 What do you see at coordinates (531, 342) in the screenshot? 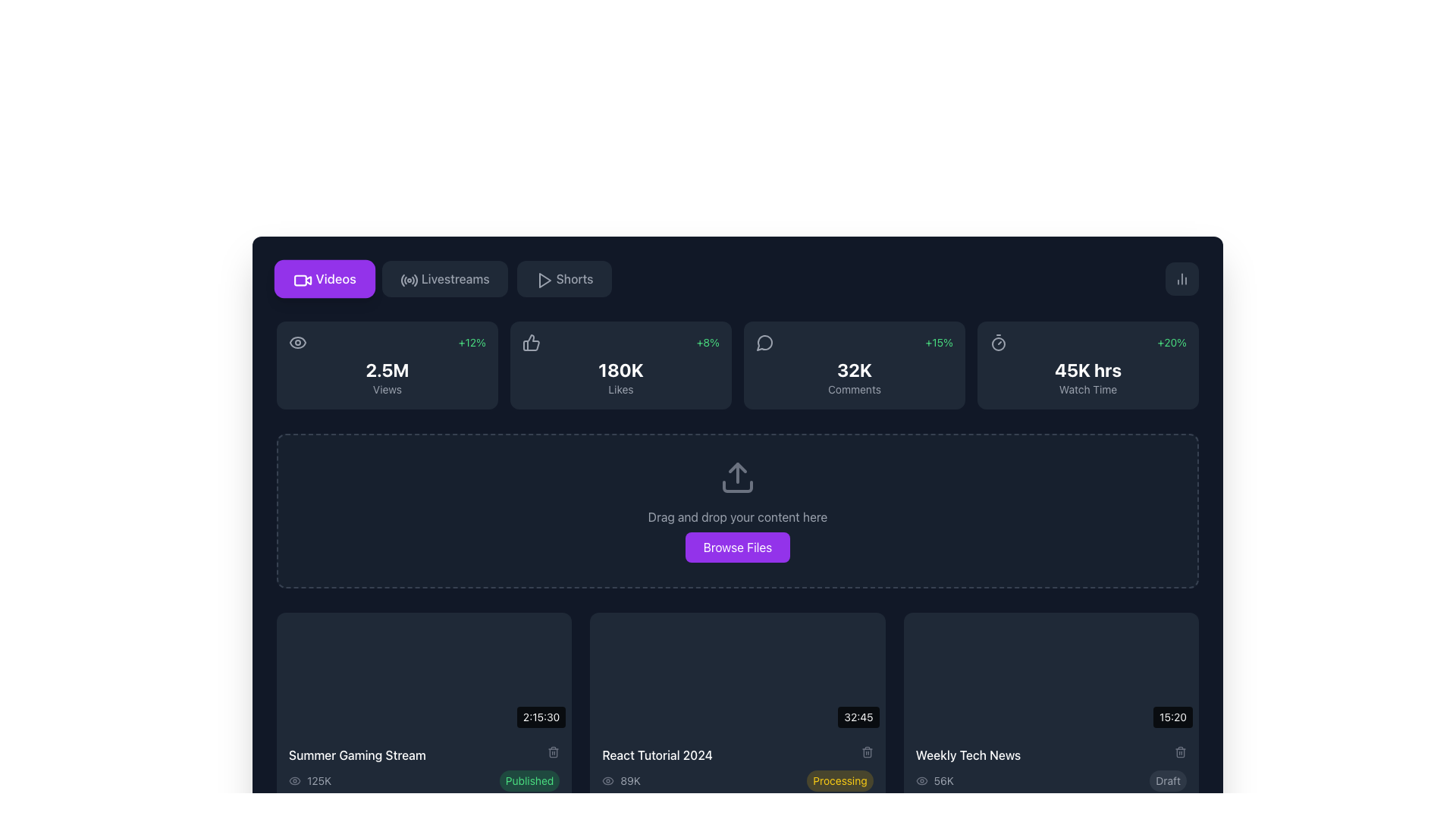
I see `the thumbs-up icon representing 'like' in the card displaying '180K Likes' with an increase of '+8%'` at bounding box center [531, 342].